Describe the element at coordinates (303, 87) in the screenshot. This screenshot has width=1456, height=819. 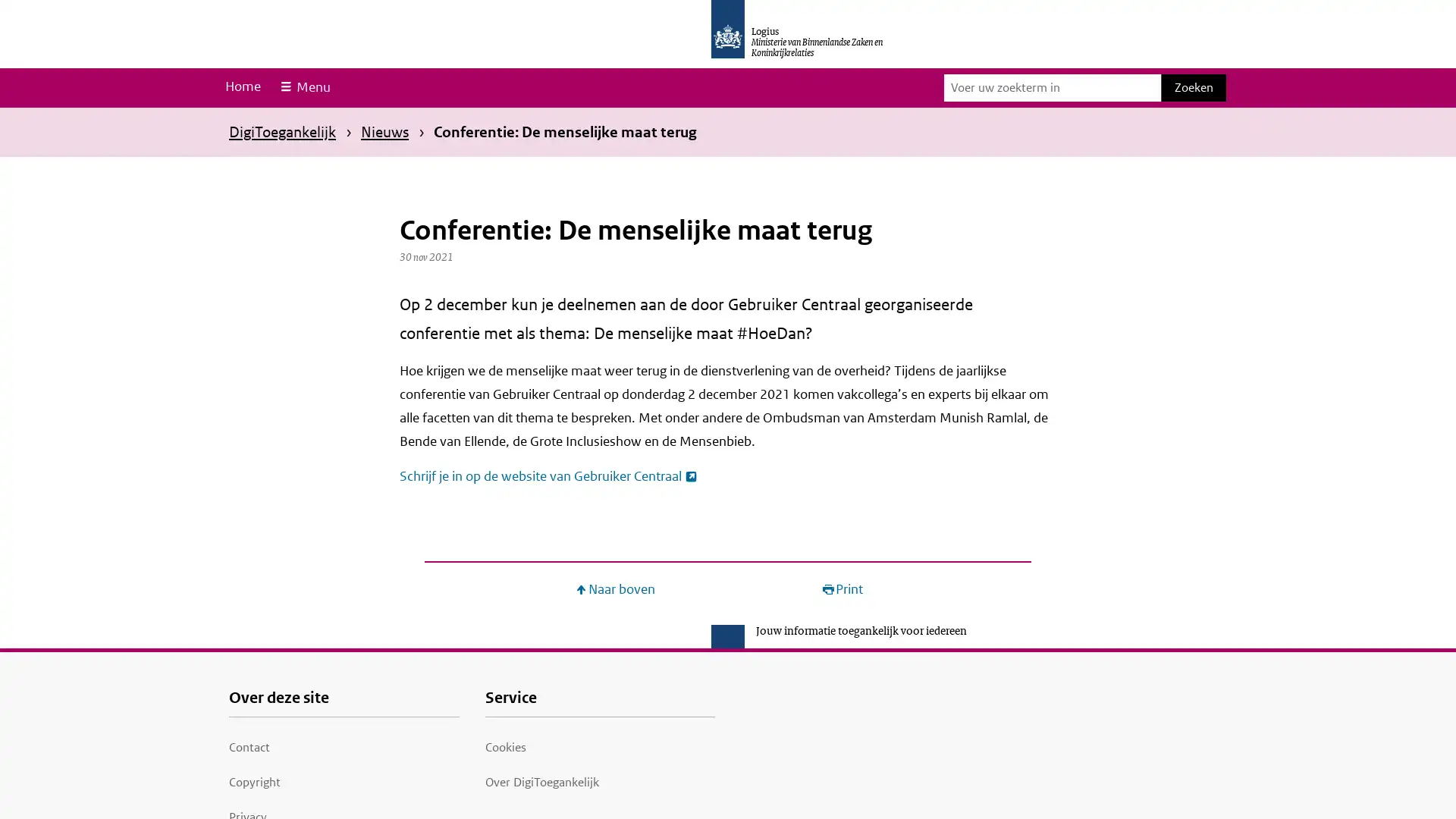
I see `Toggle menu navigation` at that location.